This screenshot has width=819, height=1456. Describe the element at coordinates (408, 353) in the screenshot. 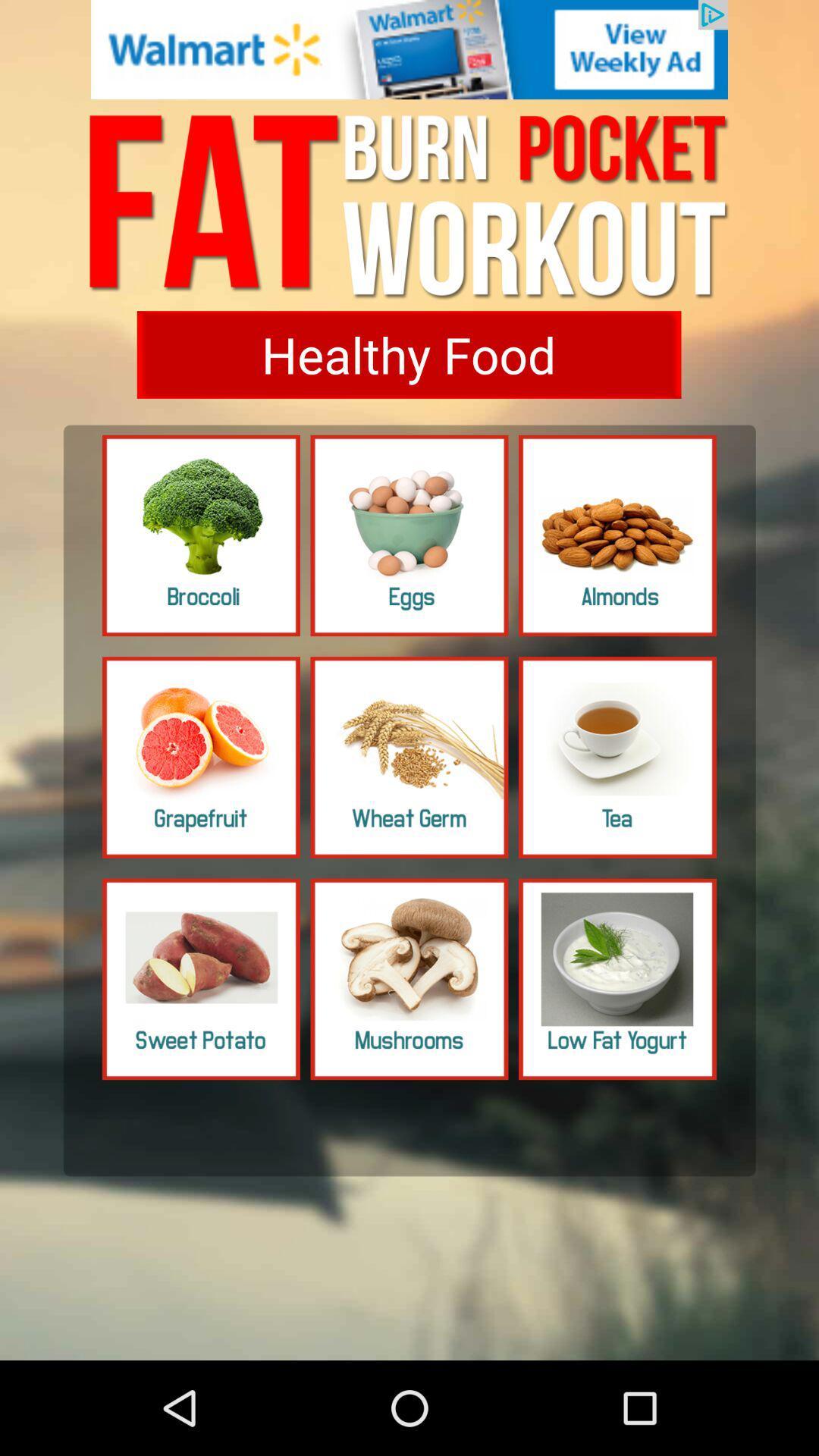

I see `healthy food button` at that location.